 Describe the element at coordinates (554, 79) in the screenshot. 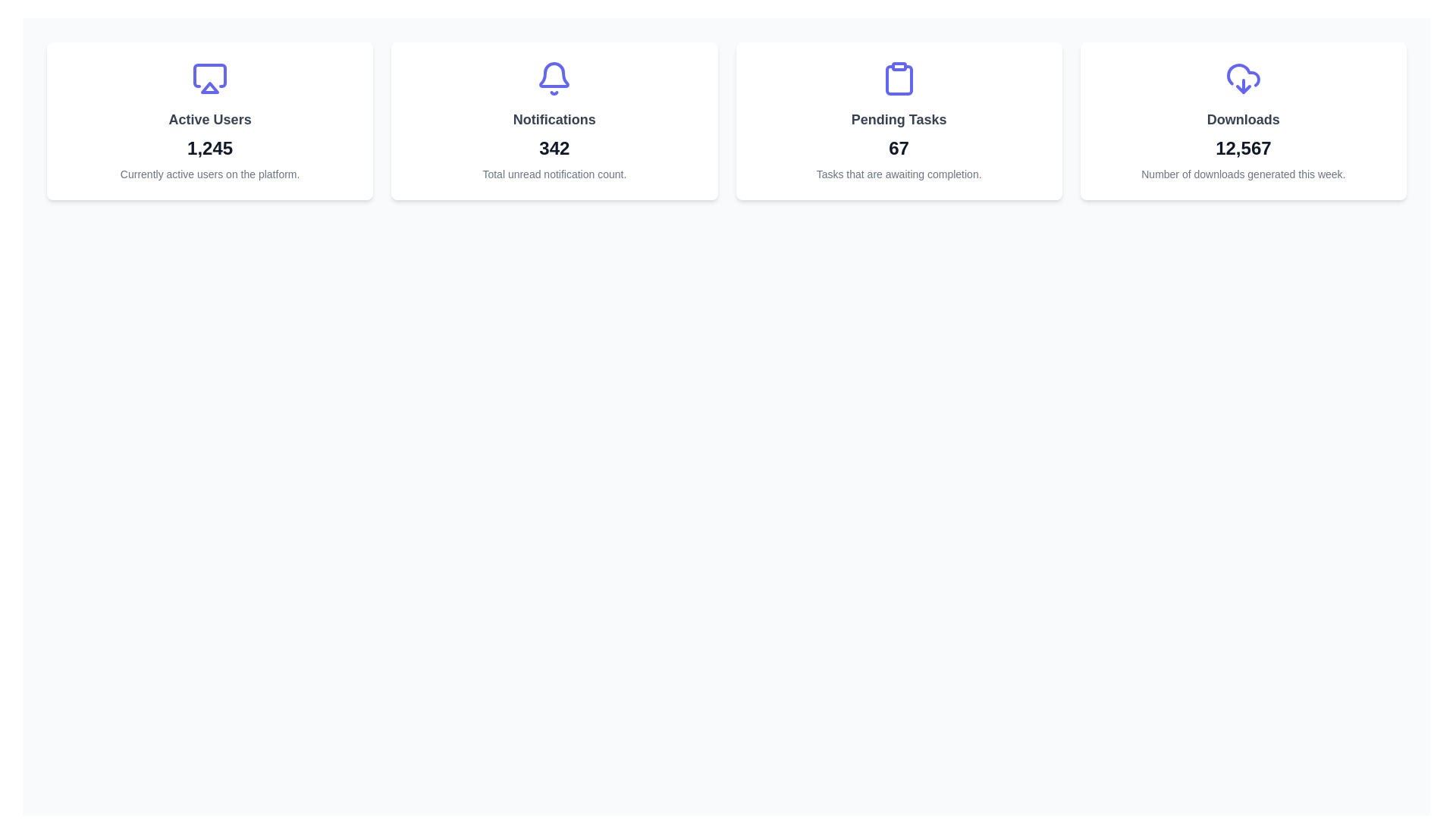

I see `the bell icon representing notifications, located at the center of the Notifications card above the text 'Notifications' and '342'` at that location.